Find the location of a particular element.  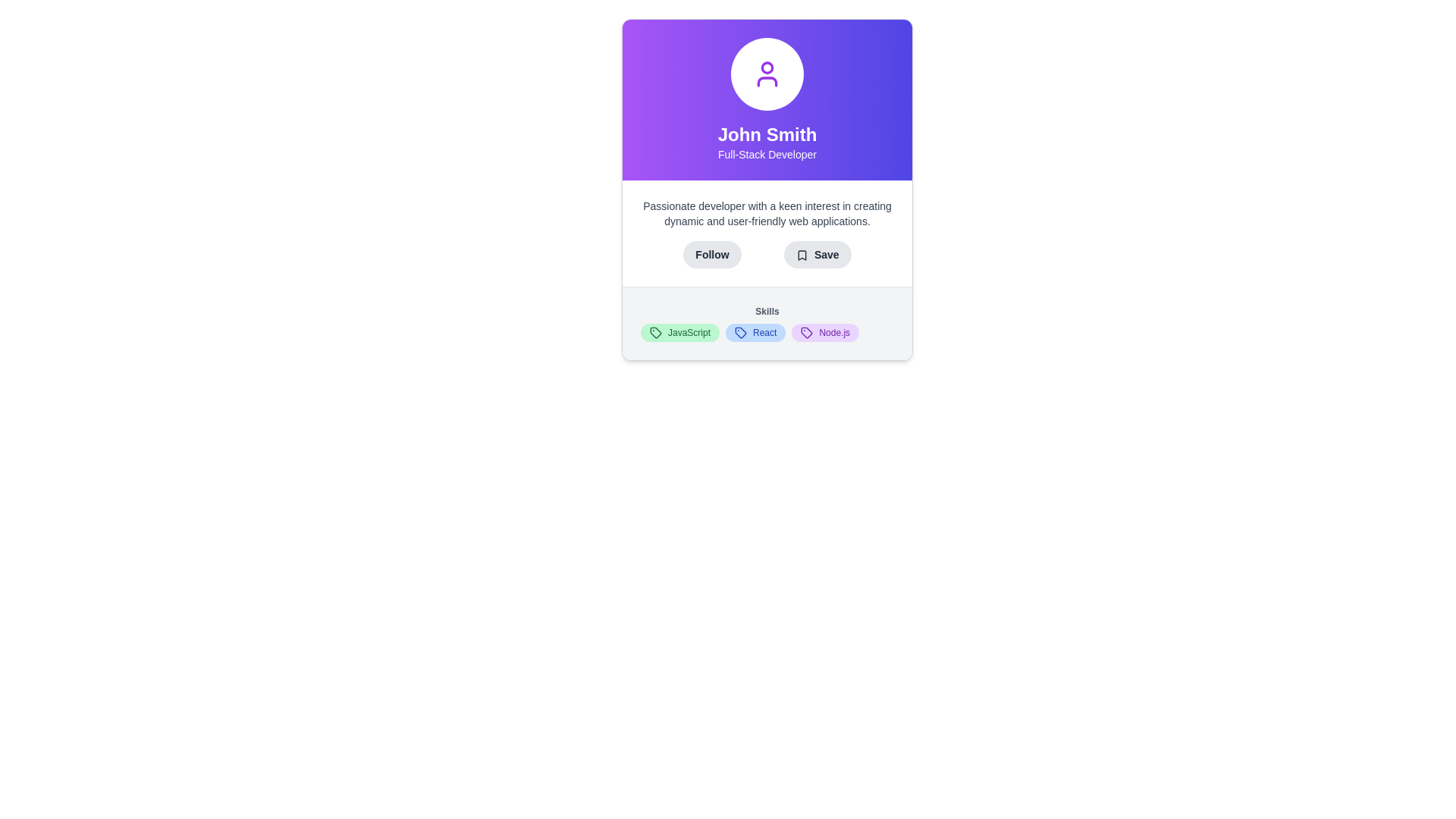

the Text label that displays the user's name prominently on the profile card, which is positioned within a violet gradient background at the top-middle of the interface is located at coordinates (767, 133).